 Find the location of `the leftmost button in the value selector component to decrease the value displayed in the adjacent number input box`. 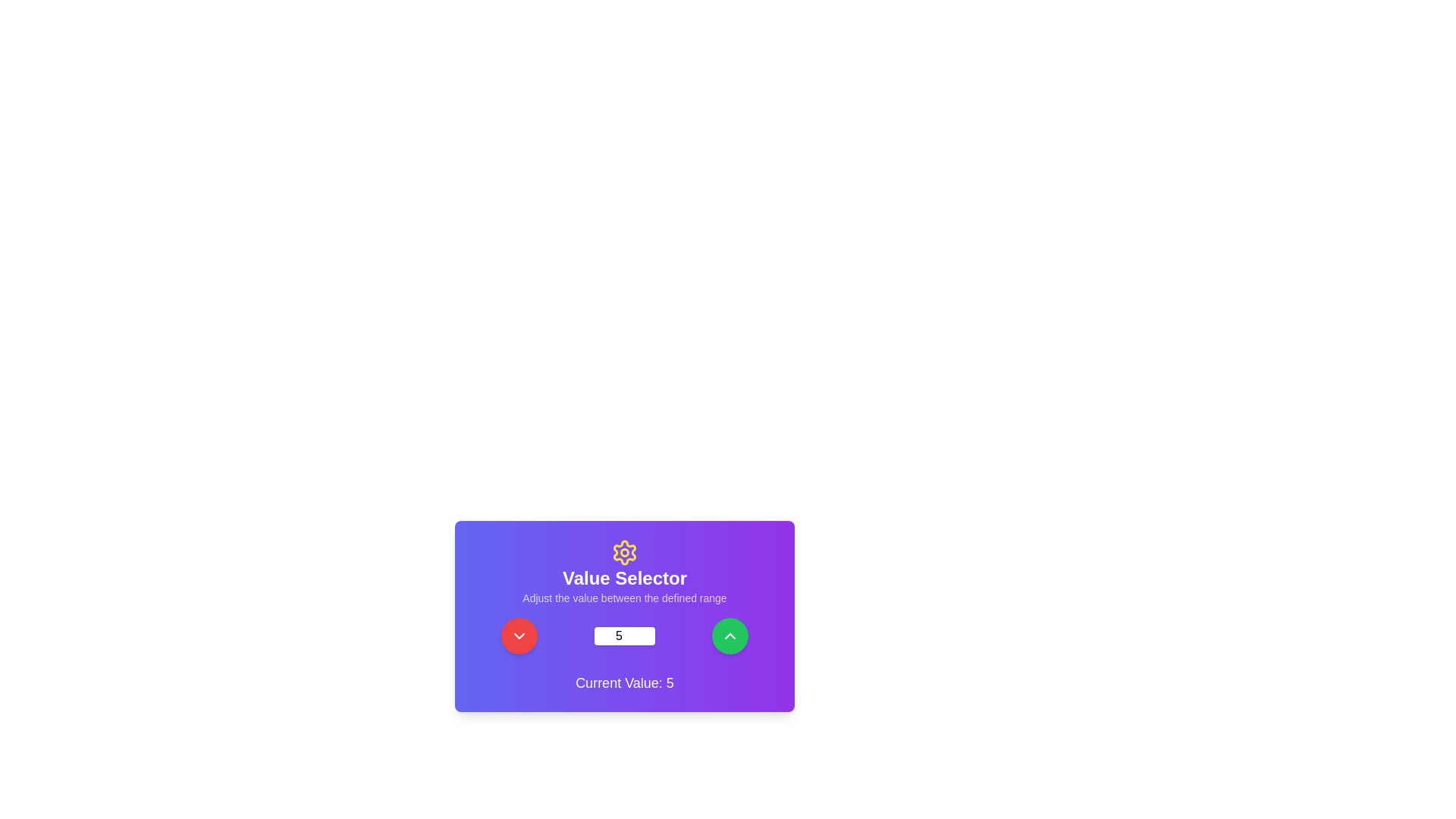

the leftmost button in the value selector component to decrease the value displayed in the adjacent number input box is located at coordinates (519, 636).